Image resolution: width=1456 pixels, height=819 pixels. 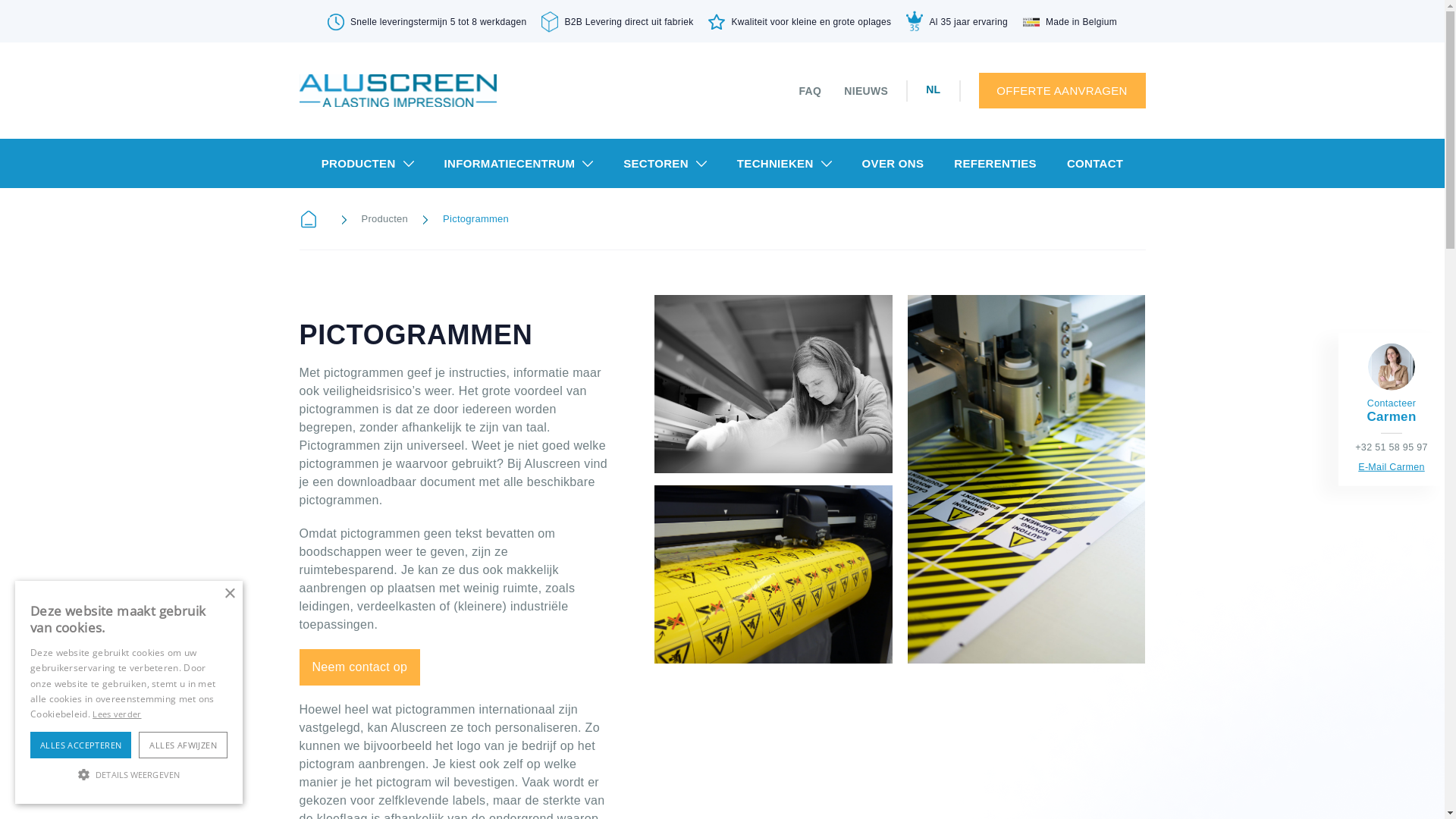 What do you see at coordinates (397, 90) in the screenshot?
I see `'logo'` at bounding box center [397, 90].